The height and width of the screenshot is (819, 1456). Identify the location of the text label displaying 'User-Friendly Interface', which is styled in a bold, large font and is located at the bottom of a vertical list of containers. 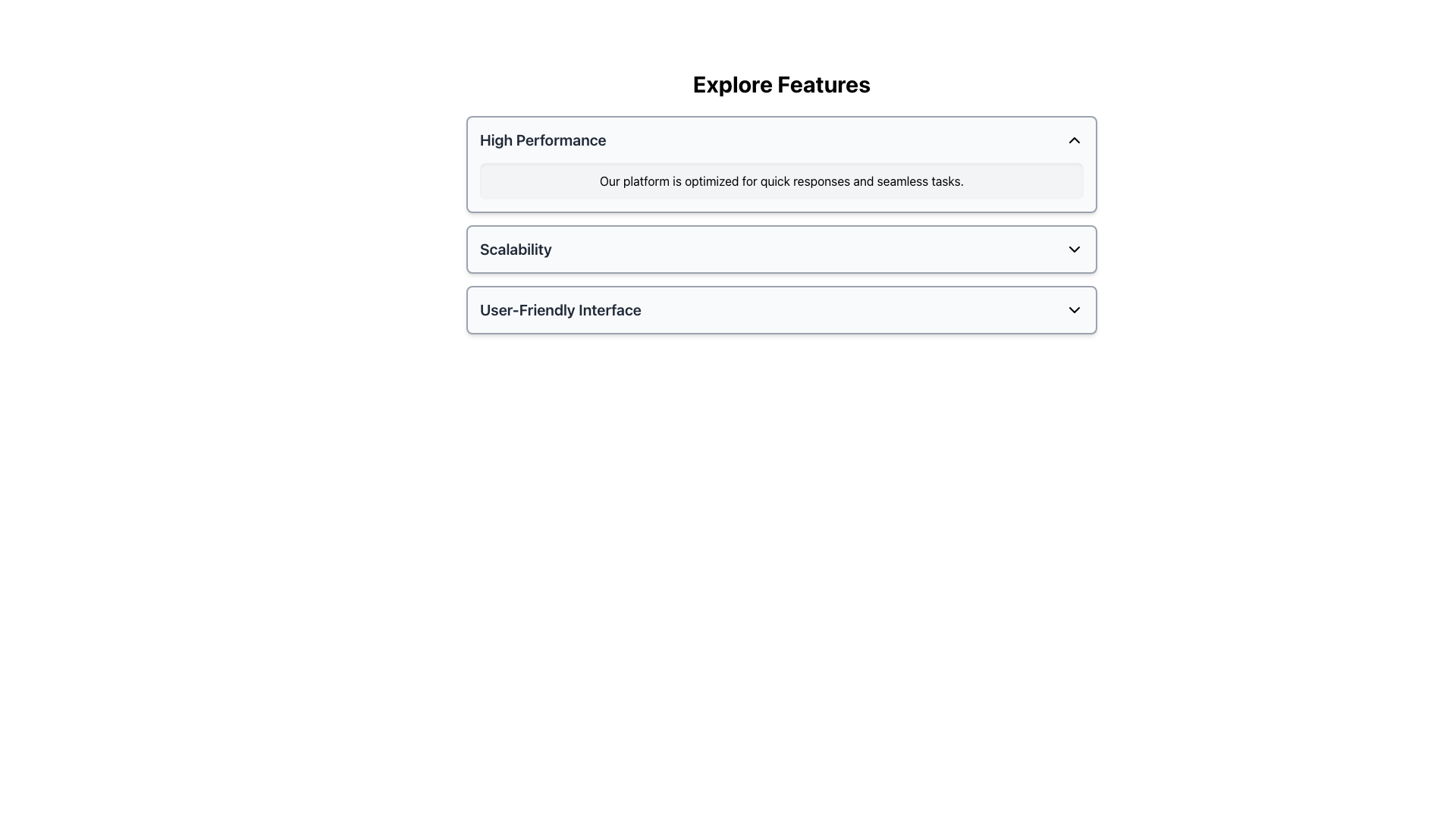
(560, 309).